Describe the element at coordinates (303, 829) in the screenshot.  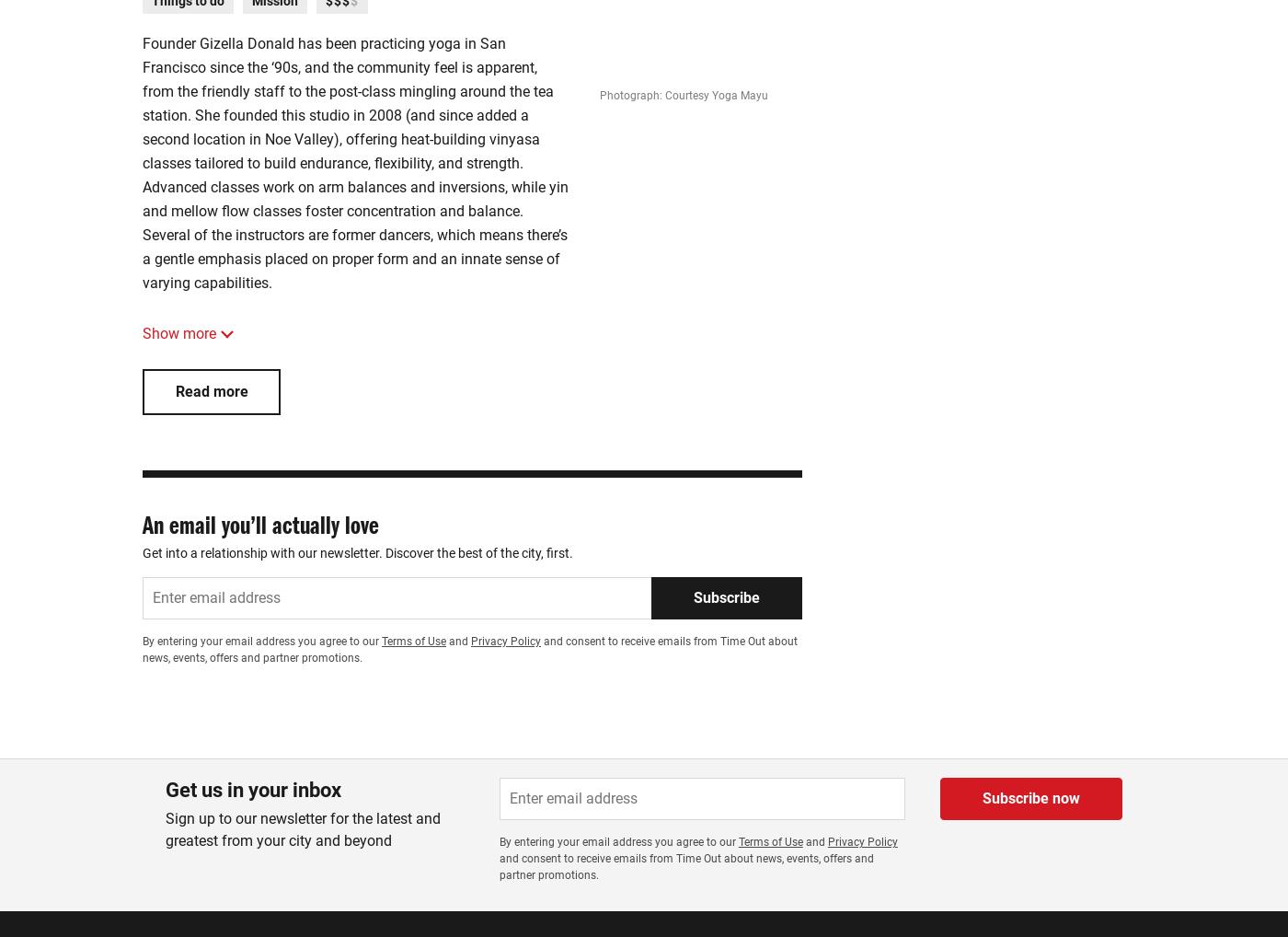
I see `'Sign up to our newsletter for the latest and greatest from your city and beyond'` at that location.